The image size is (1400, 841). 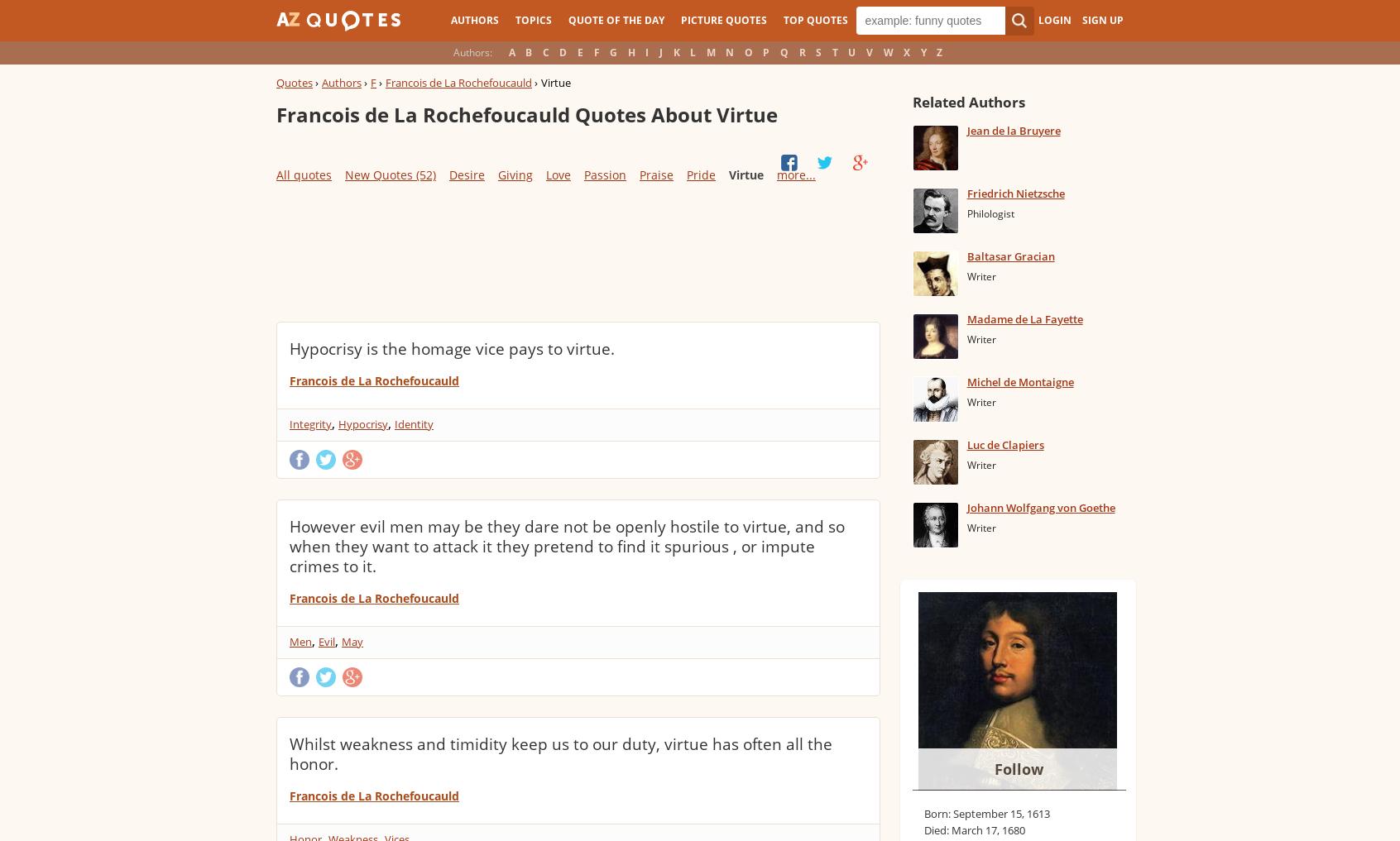 I want to click on 'U', so click(x=851, y=52).